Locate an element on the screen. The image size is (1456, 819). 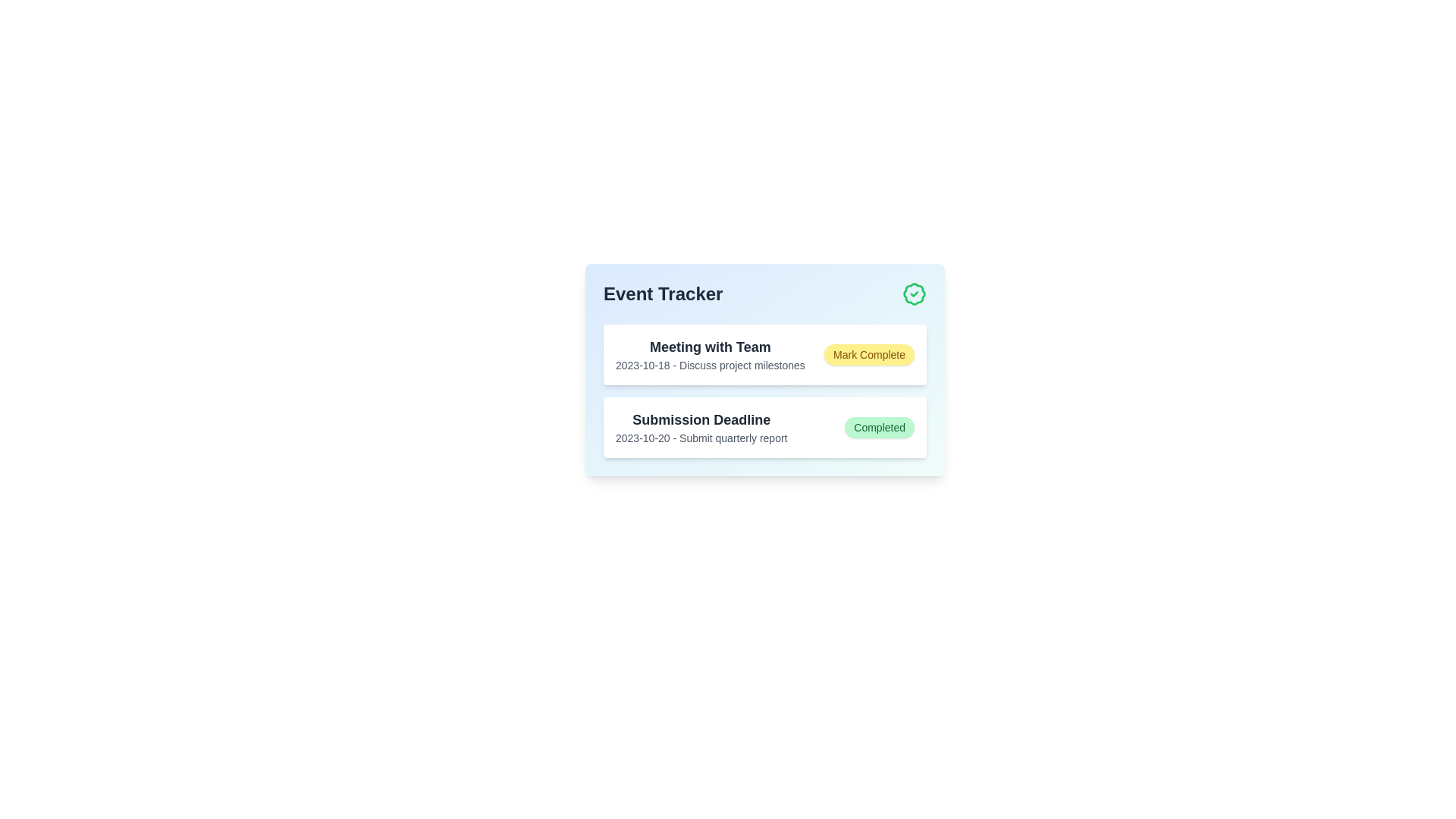
the rounded rectangular badge with a green background displaying the text 'Completed' is located at coordinates (880, 427).